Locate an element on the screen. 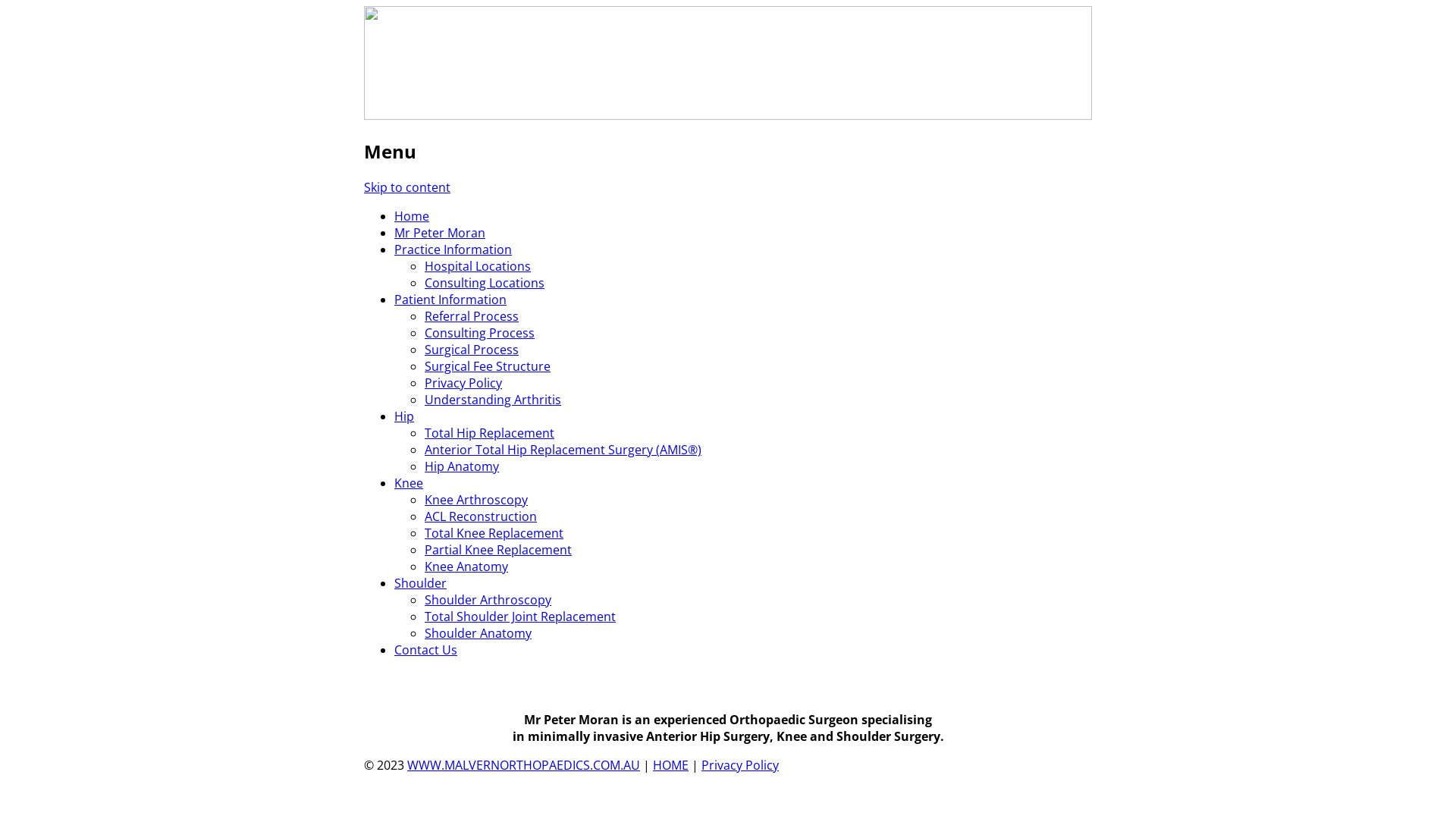  'Contact Us' is located at coordinates (425, 648).